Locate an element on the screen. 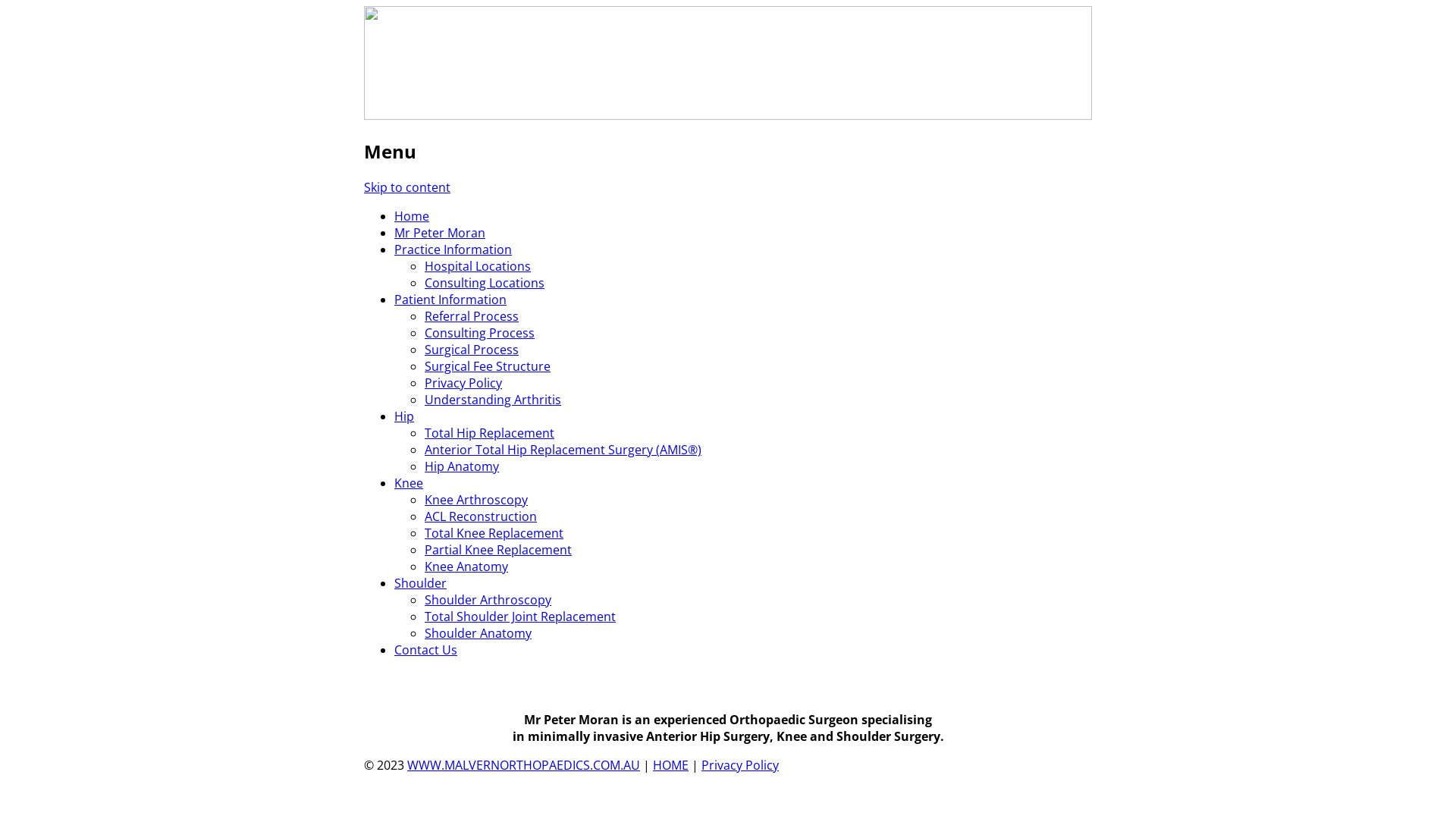  'Contact Us' is located at coordinates (425, 648).